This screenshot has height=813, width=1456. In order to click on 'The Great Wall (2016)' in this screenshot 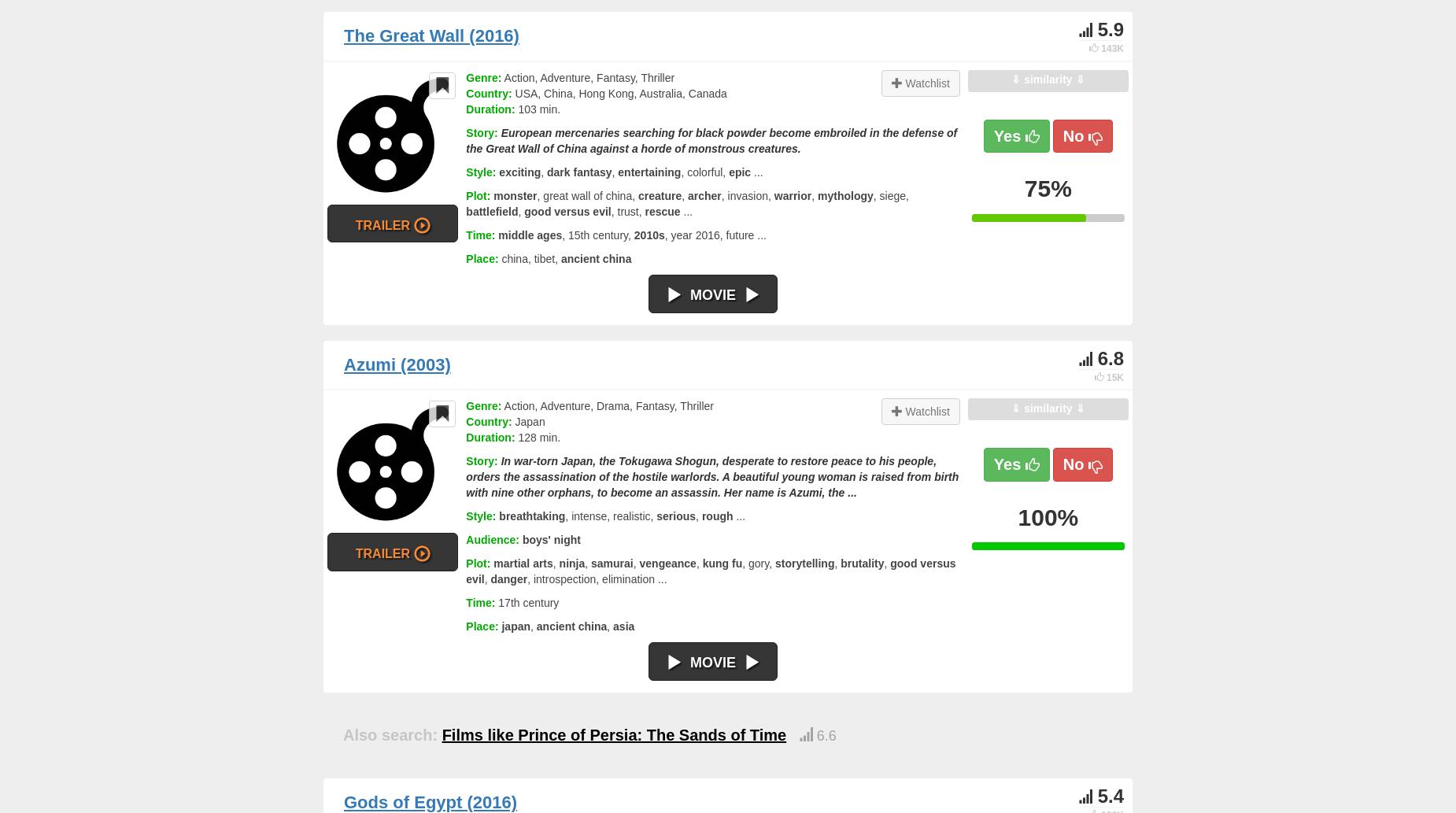, I will do `click(431, 35)`.